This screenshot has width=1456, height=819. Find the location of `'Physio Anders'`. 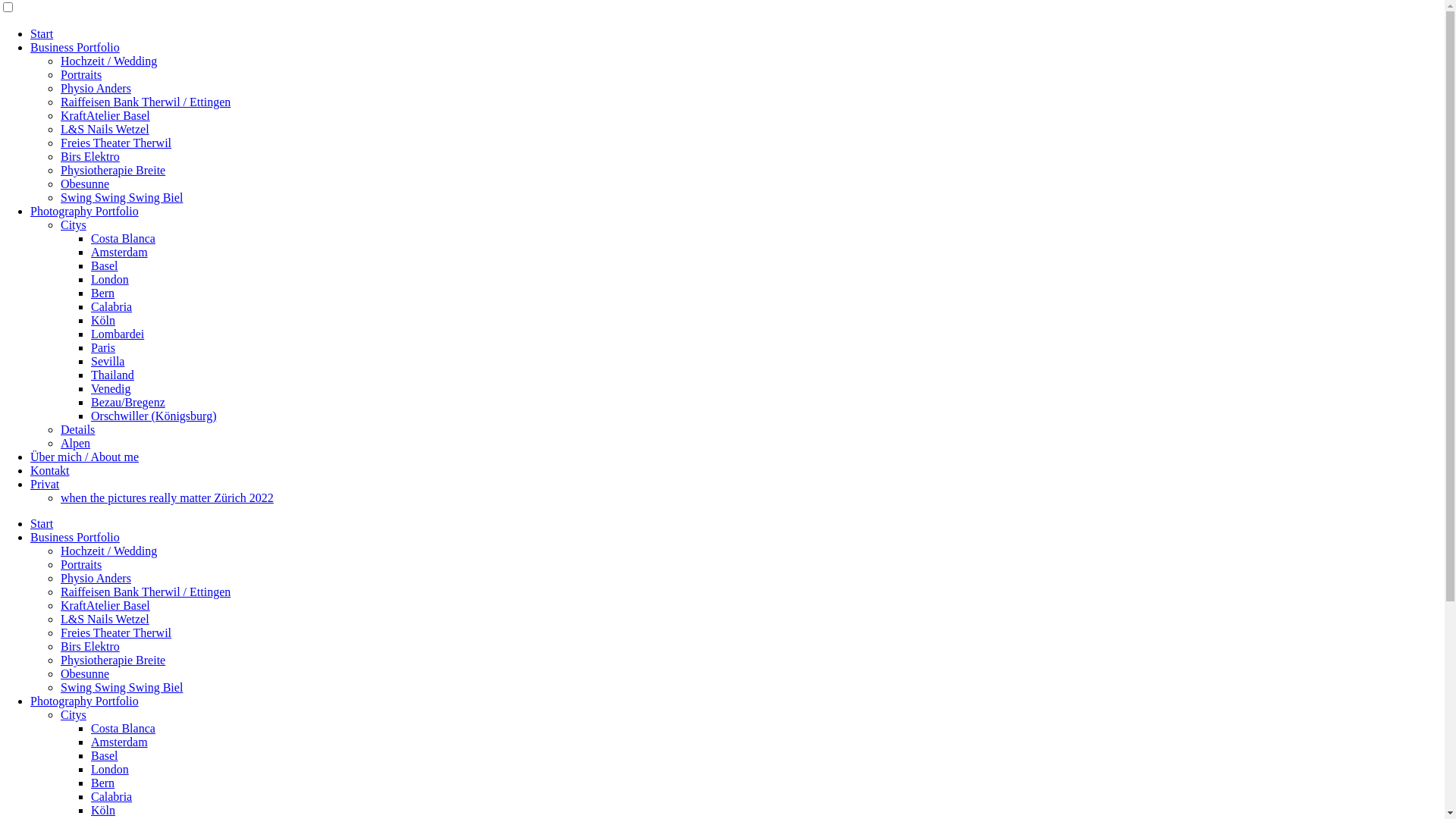

'Physio Anders' is located at coordinates (95, 88).